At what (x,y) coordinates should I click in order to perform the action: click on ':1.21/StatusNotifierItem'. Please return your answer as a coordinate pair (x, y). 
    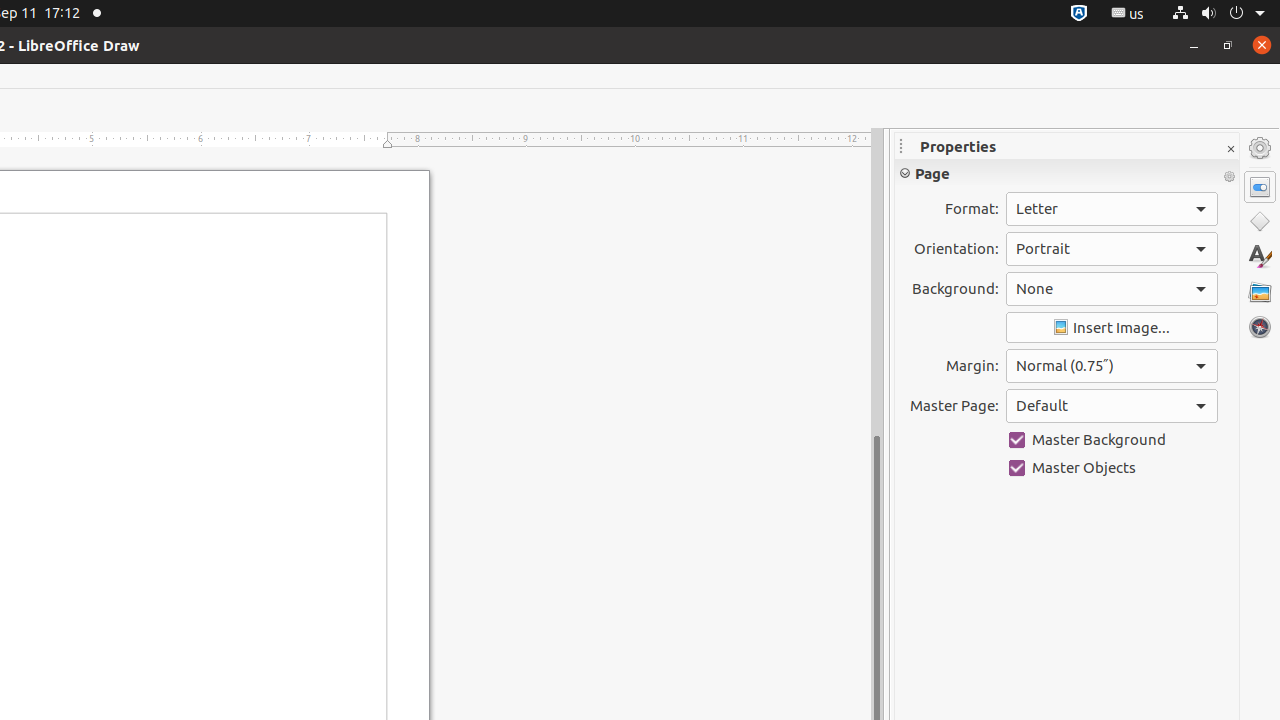
    Looking at the image, I should click on (1127, 13).